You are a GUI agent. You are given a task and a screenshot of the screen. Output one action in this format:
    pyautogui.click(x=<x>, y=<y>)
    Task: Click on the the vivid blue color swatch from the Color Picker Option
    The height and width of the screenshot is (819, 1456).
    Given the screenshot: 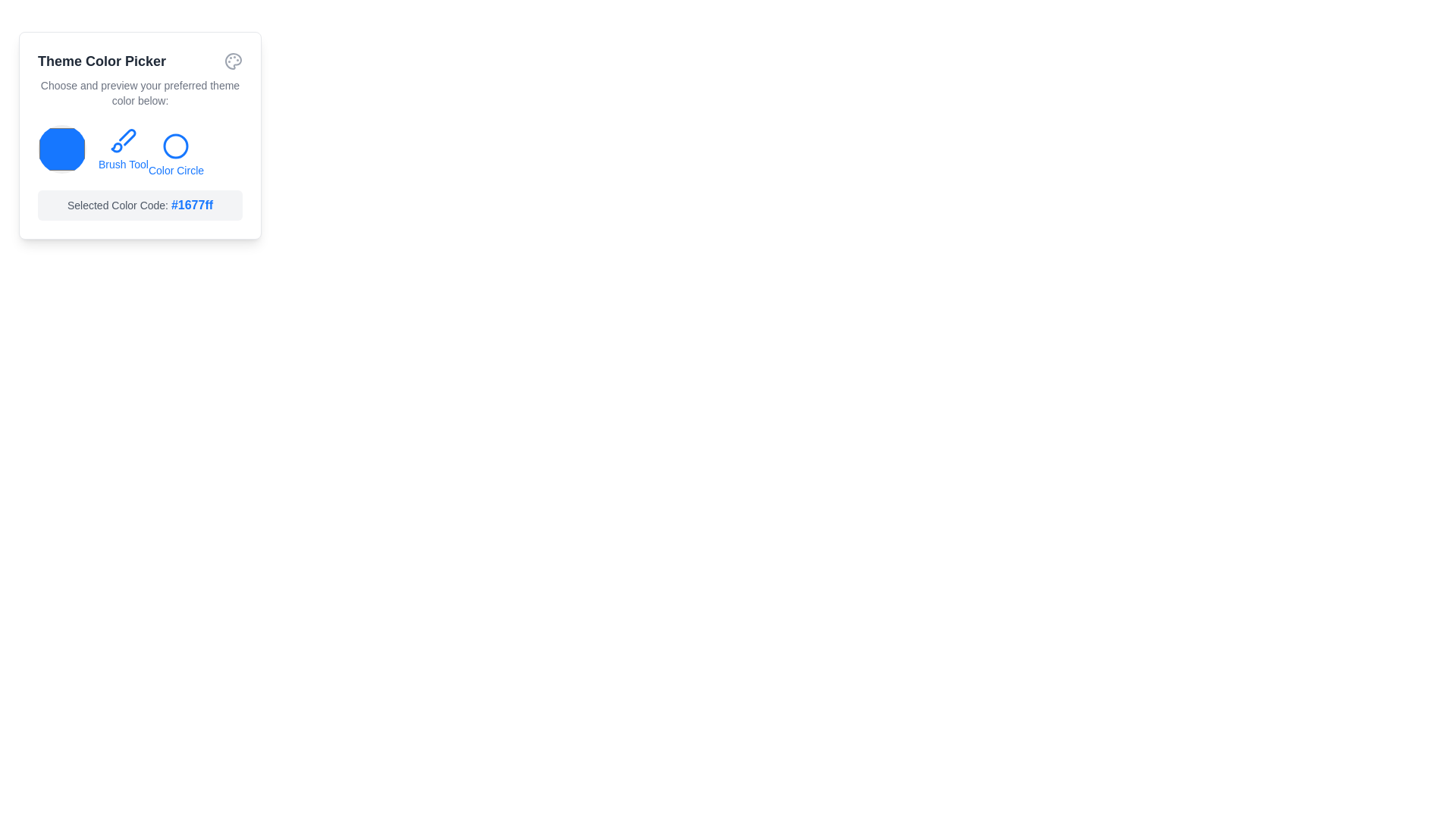 What is the action you would take?
    pyautogui.click(x=61, y=149)
    